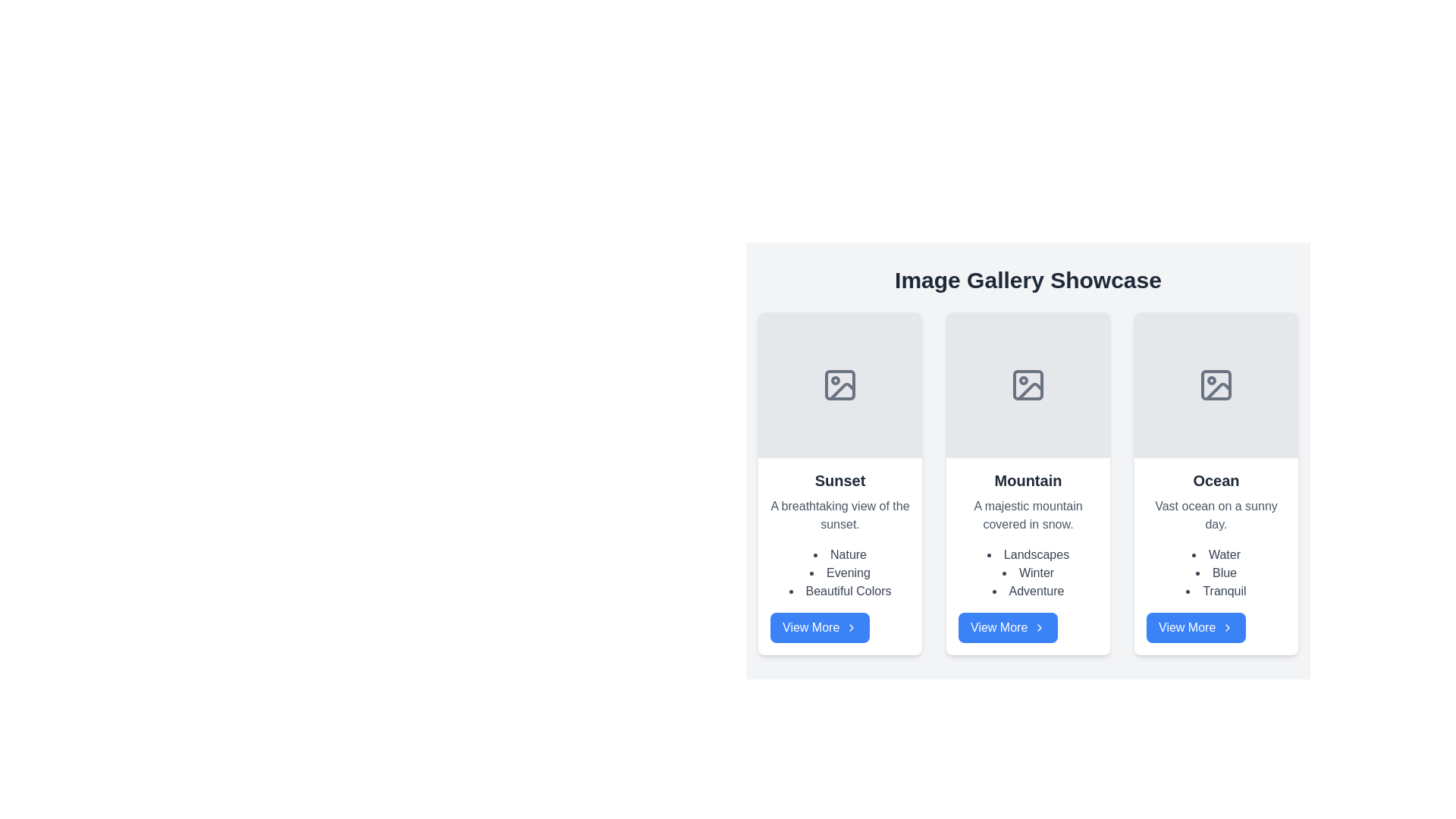 The height and width of the screenshot is (819, 1456). Describe the element at coordinates (1195, 628) in the screenshot. I see `the third button located at the bottom of the rightmost 'Ocean' panel to initiate the action` at that location.